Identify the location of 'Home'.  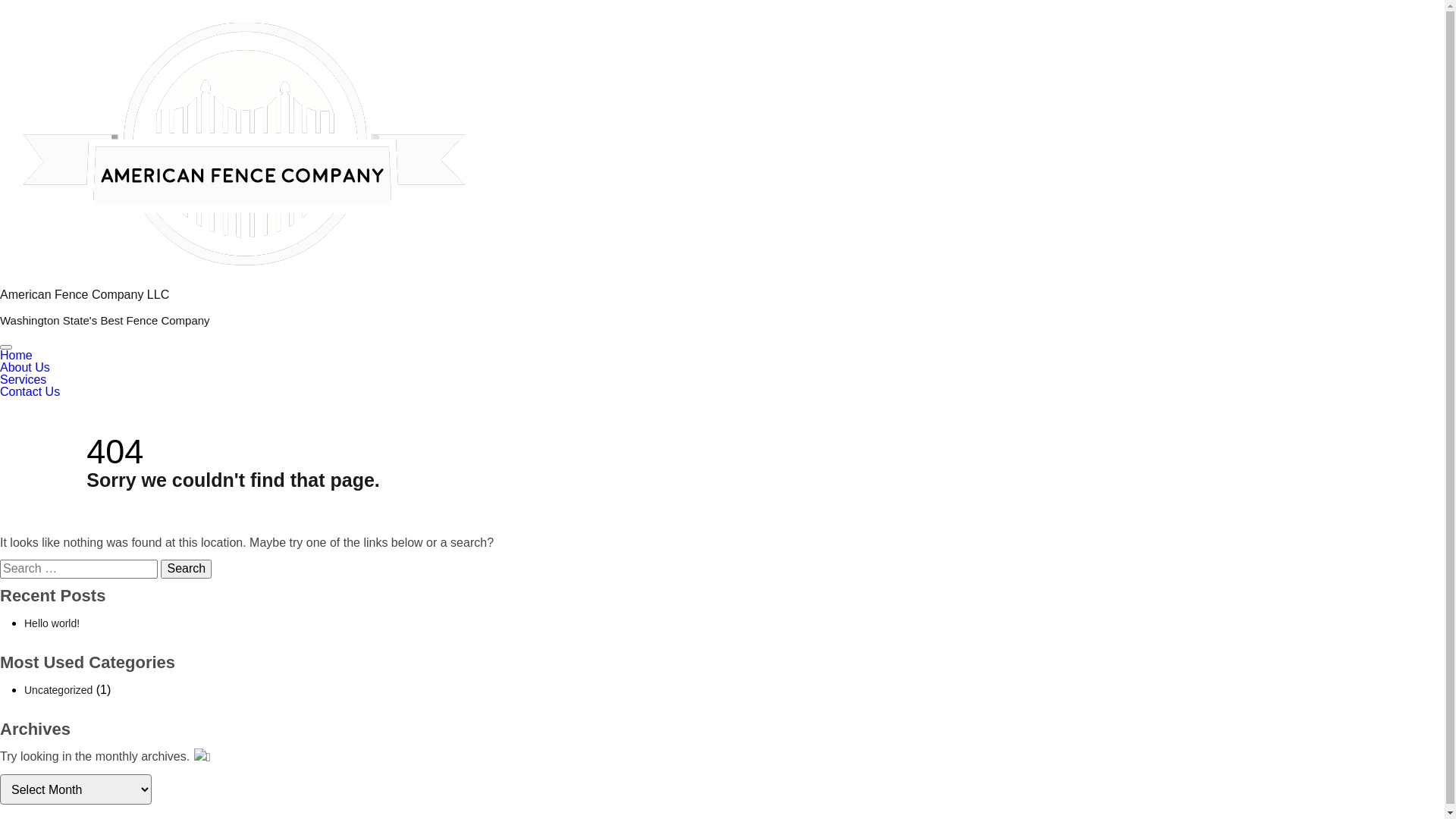
(16, 355).